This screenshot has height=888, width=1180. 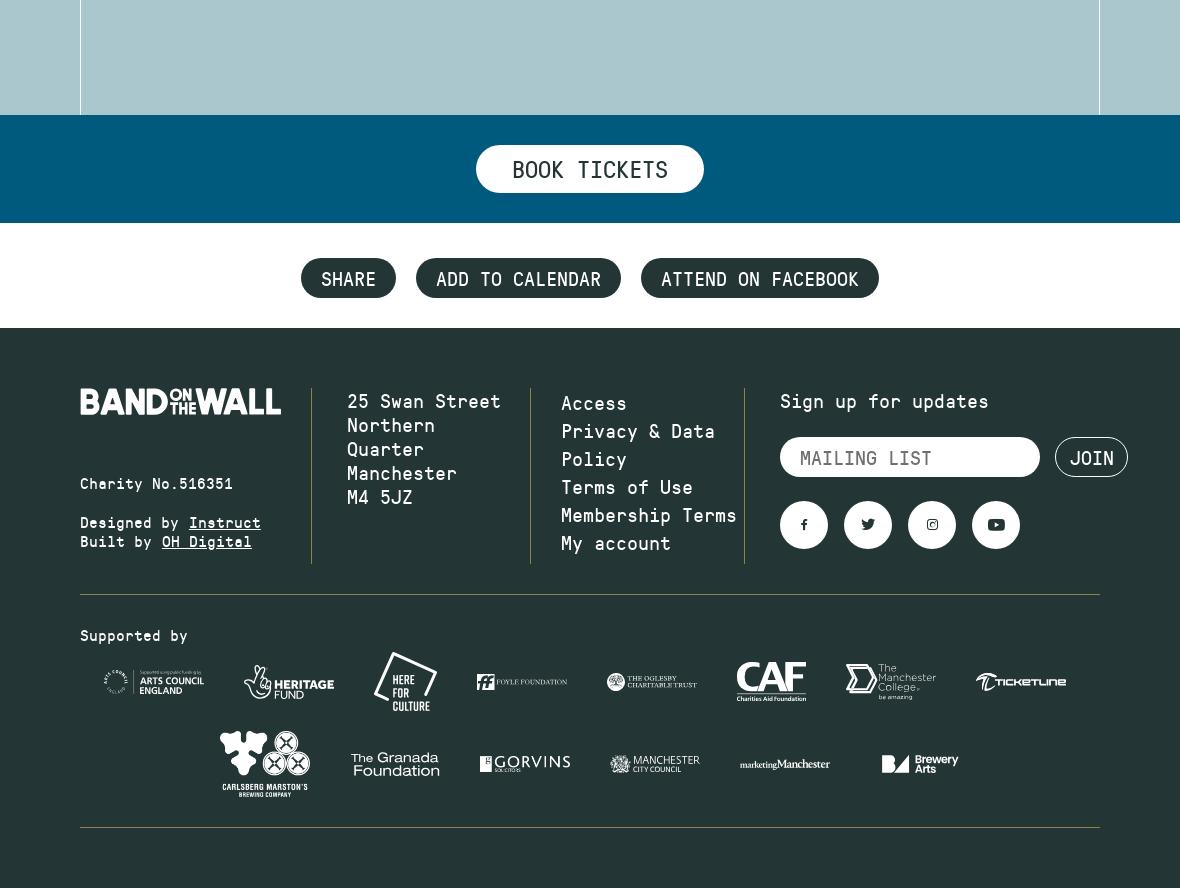 What do you see at coordinates (512, 167) in the screenshot?
I see `'Book tickets'` at bounding box center [512, 167].